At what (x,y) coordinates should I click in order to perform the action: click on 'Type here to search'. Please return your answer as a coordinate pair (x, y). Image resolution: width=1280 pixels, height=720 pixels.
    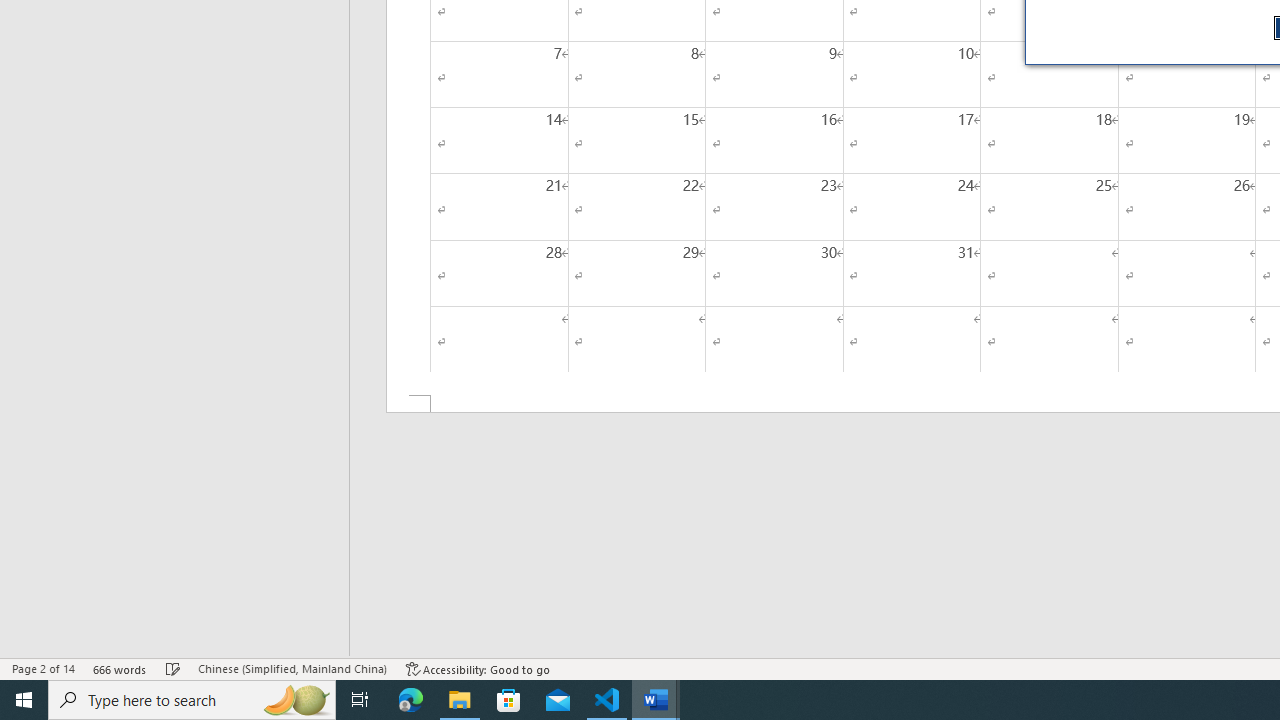
    Looking at the image, I should click on (192, 698).